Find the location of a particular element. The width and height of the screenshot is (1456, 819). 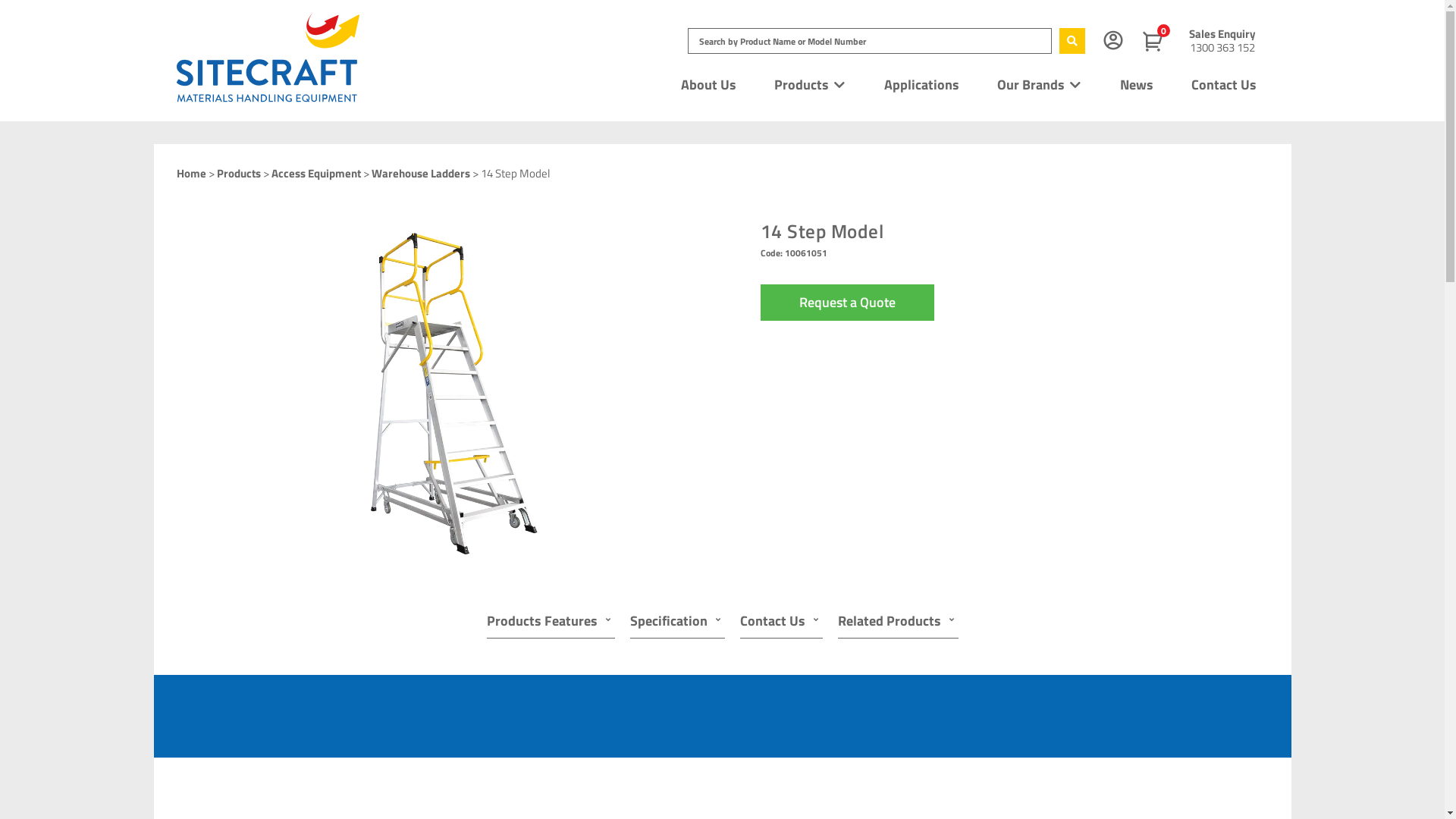

'News' is located at coordinates (1136, 84).